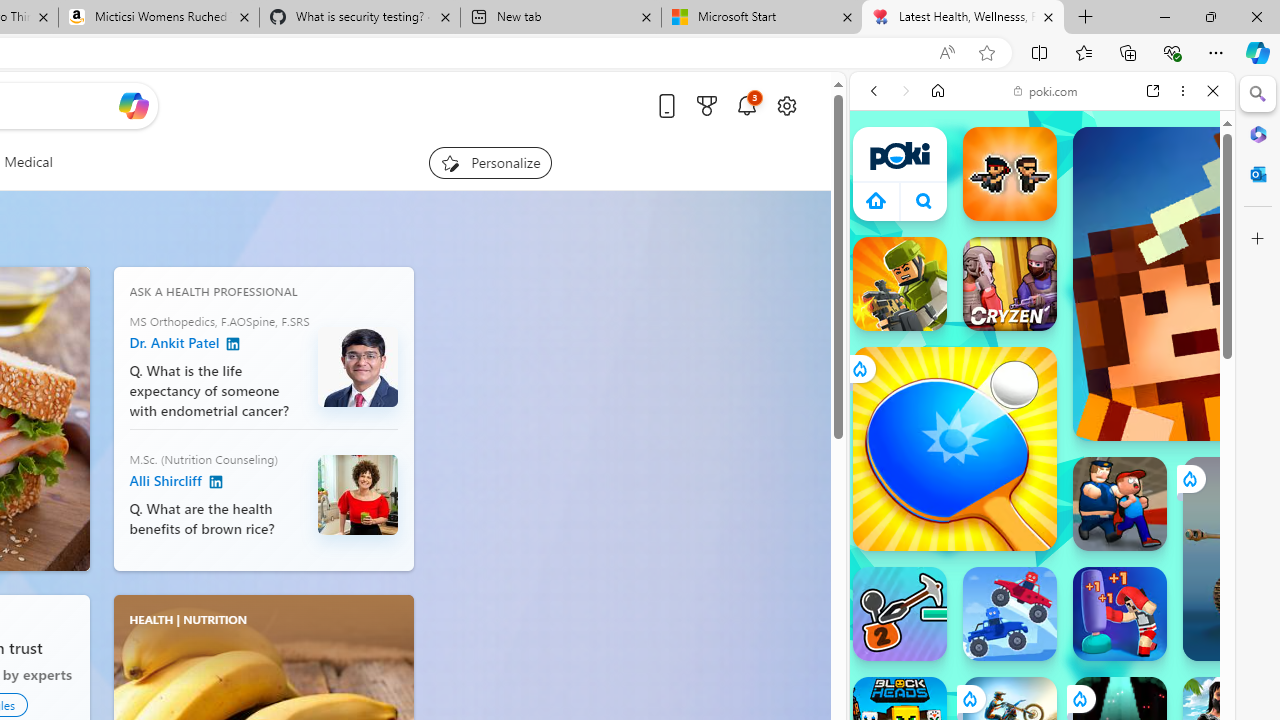 This screenshot has height=720, width=1280. I want to click on 'Punch Legend Simulator Punch Legend Simulator', so click(1120, 613).